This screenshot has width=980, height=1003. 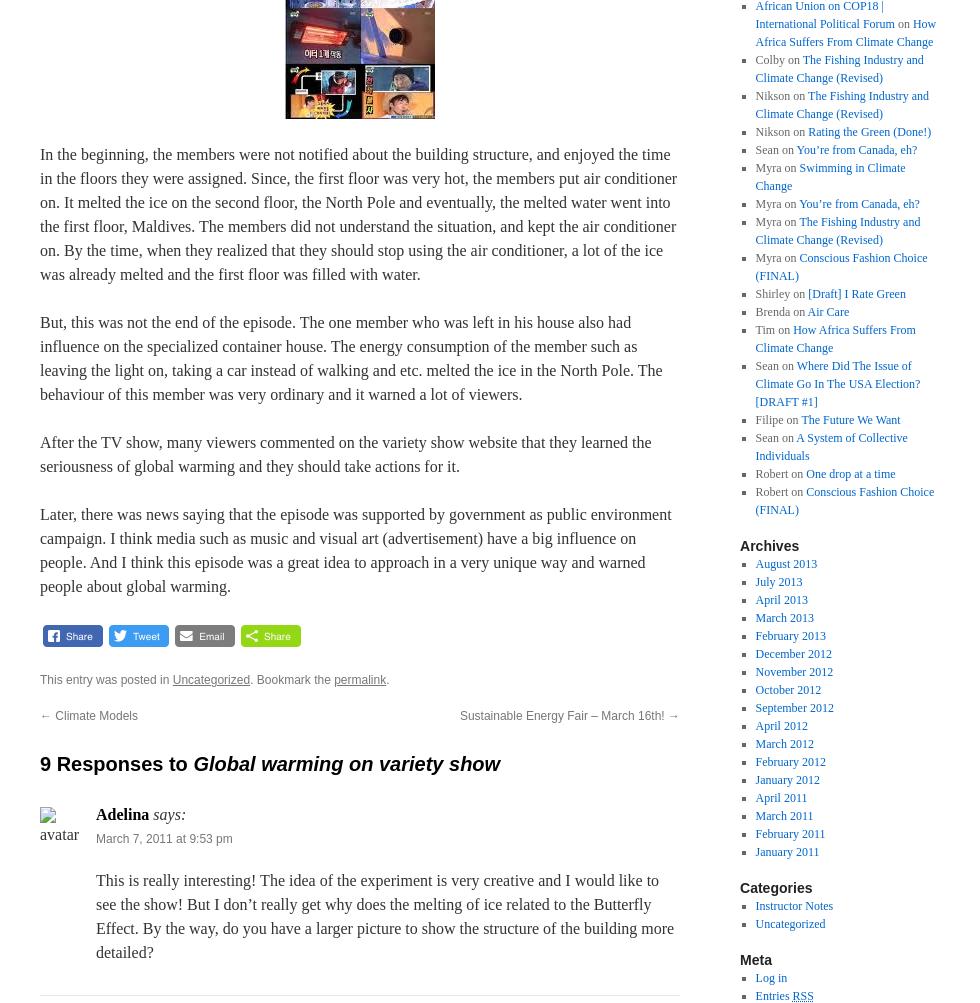 What do you see at coordinates (793, 905) in the screenshot?
I see `'Instructor Notes'` at bounding box center [793, 905].